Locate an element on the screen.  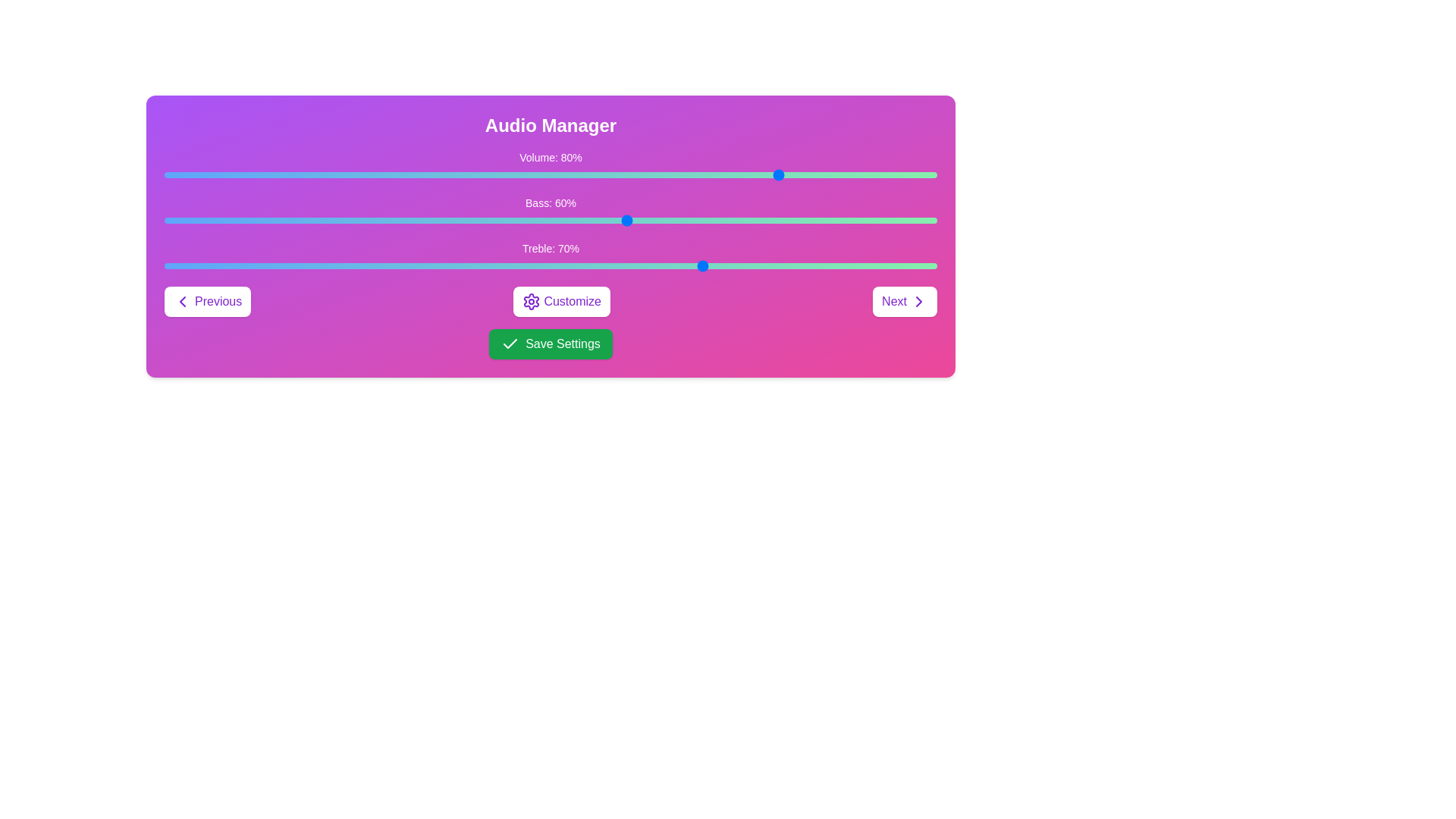
the slider is located at coordinates (843, 265).